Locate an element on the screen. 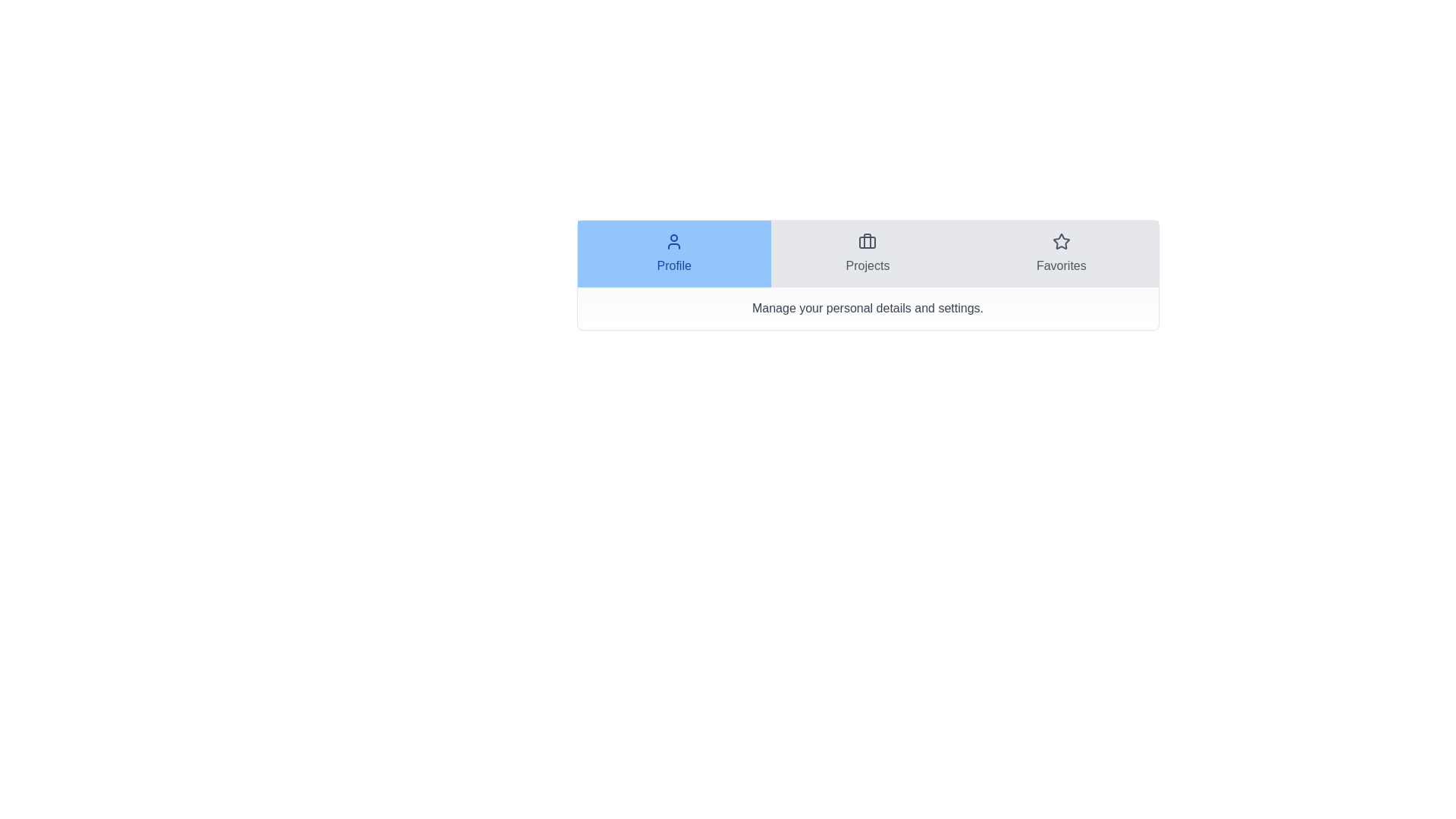 The image size is (1456, 819). the tab Projects to display its content is located at coordinates (868, 253).